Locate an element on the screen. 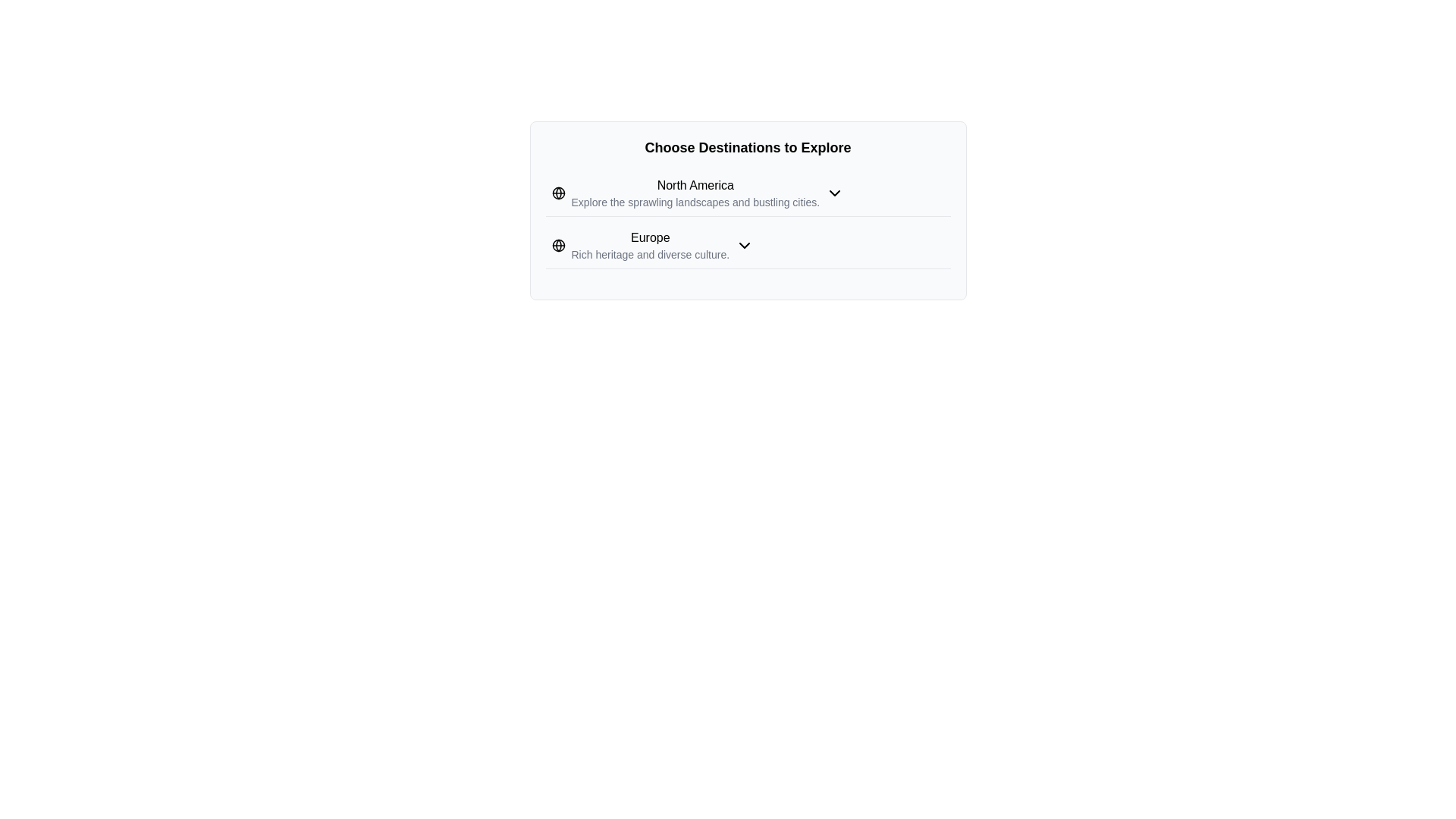 Image resolution: width=1456 pixels, height=819 pixels. the text block that provides information about the 'North America' destination, which is the first item under the heading 'Choose Destinations is located at coordinates (695, 192).